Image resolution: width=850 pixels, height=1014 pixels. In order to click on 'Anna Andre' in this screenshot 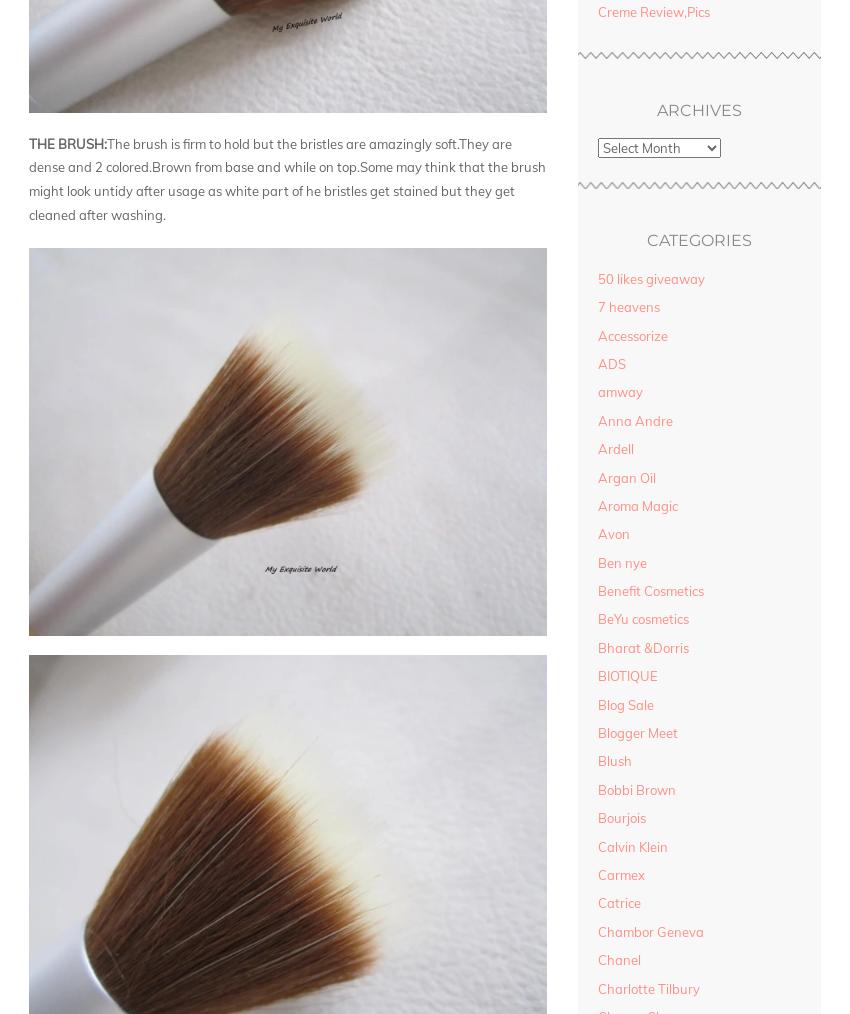, I will do `click(634, 418)`.